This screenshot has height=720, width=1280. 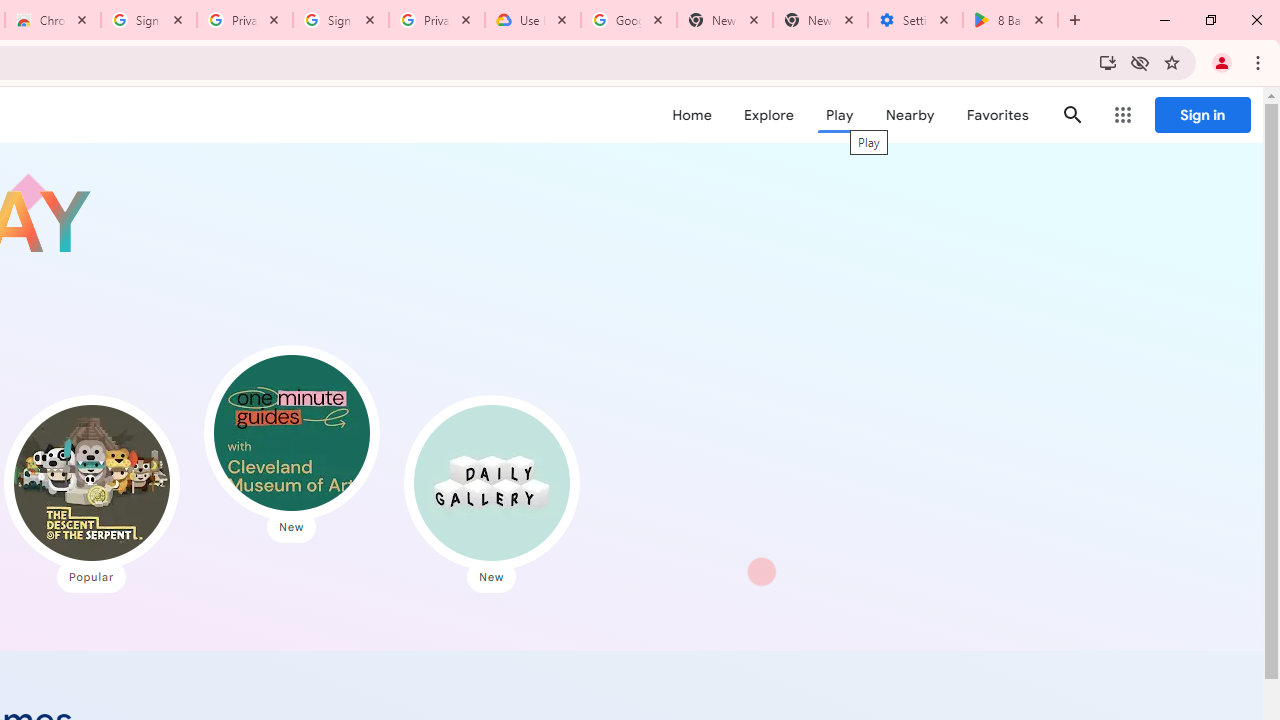 What do you see at coordinates (90, 483) in the screenshot?
I see `'The Descent of the Serpent'` at bounding box center [90, 483].